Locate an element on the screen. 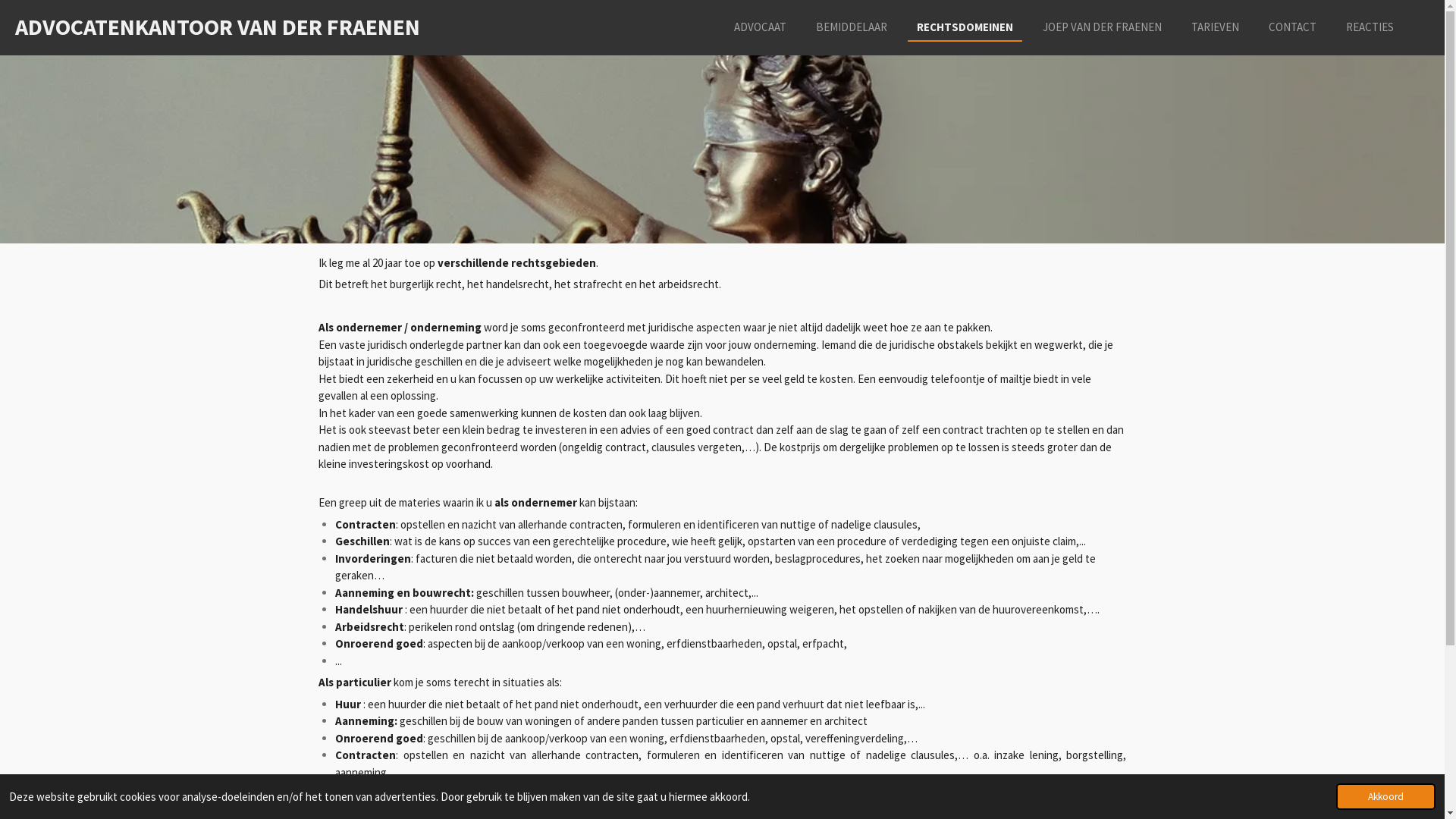  'ADVOCAAT' is located at coordinates (760, 27).